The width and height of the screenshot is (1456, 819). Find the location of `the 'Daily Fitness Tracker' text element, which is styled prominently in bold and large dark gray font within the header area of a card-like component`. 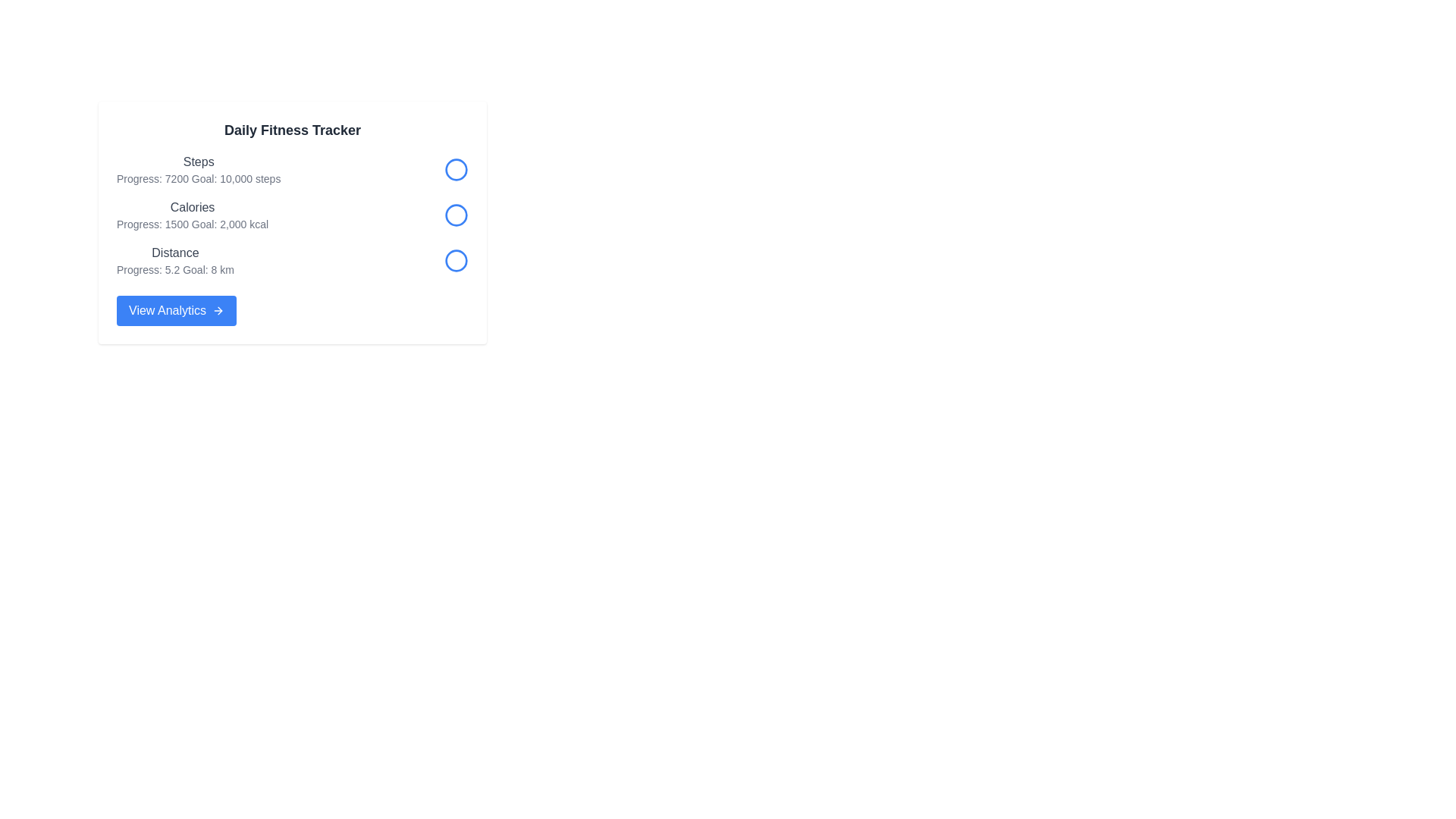

the 'Daily Fitness Tracker' text element, which is styled prominently in bold and large dark gray font within the header area of a card-like component is located at coordinates (292, 130).